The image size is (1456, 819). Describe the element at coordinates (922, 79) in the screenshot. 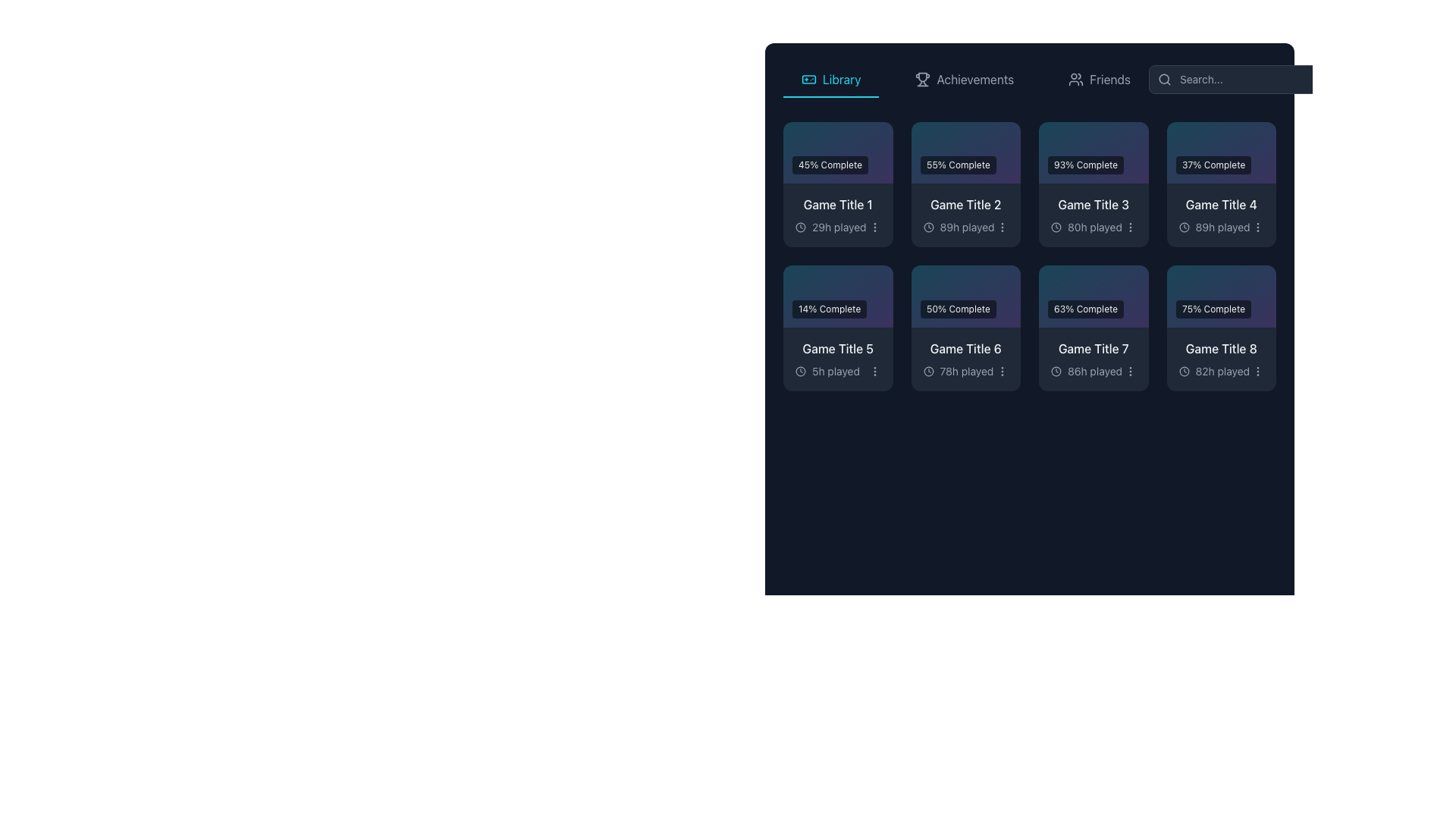

I see `the 'Achievements' icon located to the left of the text 'Achievements' in the horizontal navigation bar at the top center of the interface` at that location.